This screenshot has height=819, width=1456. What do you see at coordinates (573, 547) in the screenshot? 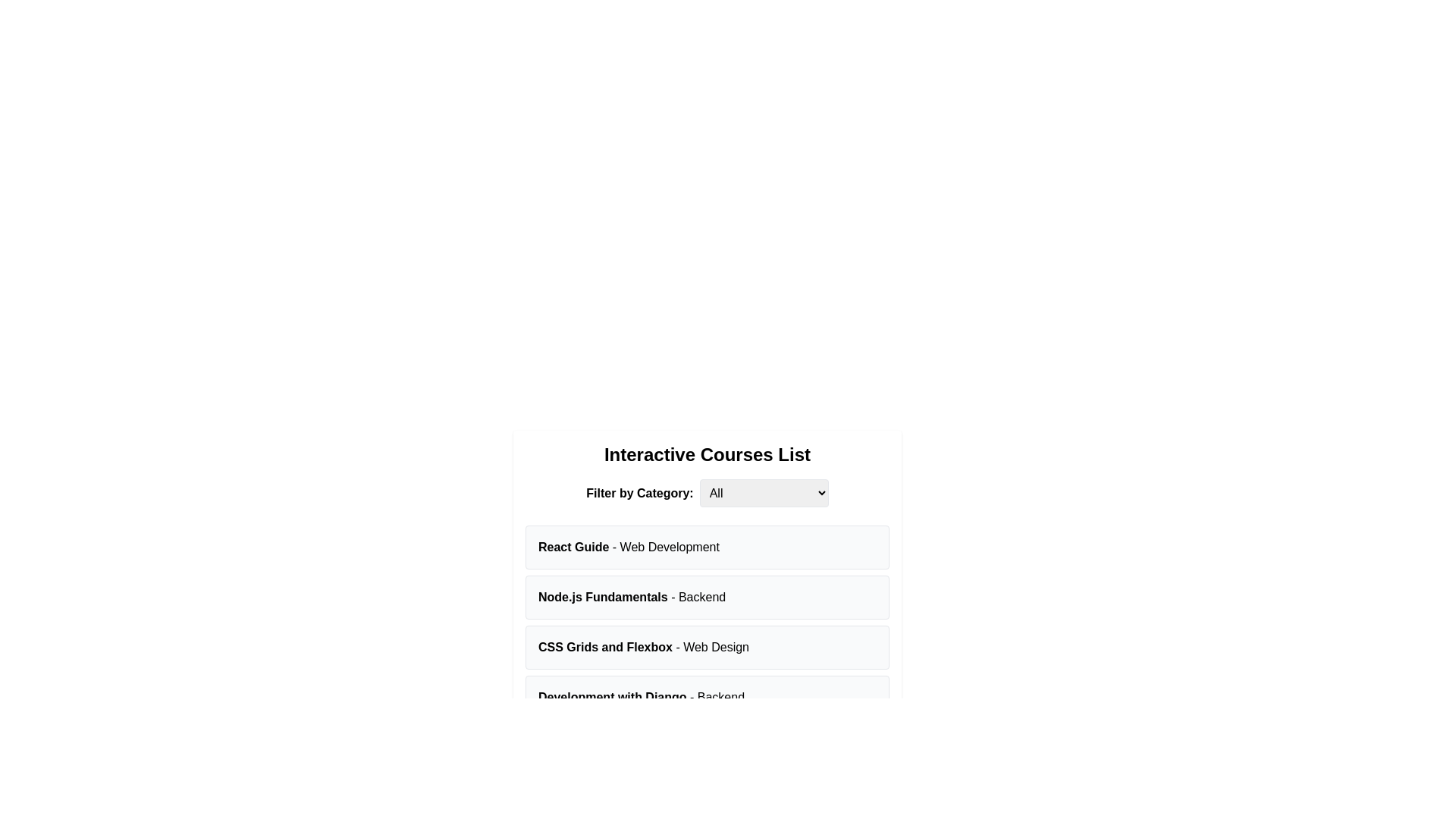
I see `the text label indicating the course name 'React Guide' in the 'Interactive Courses List' section` at bounding box center [573, 547].